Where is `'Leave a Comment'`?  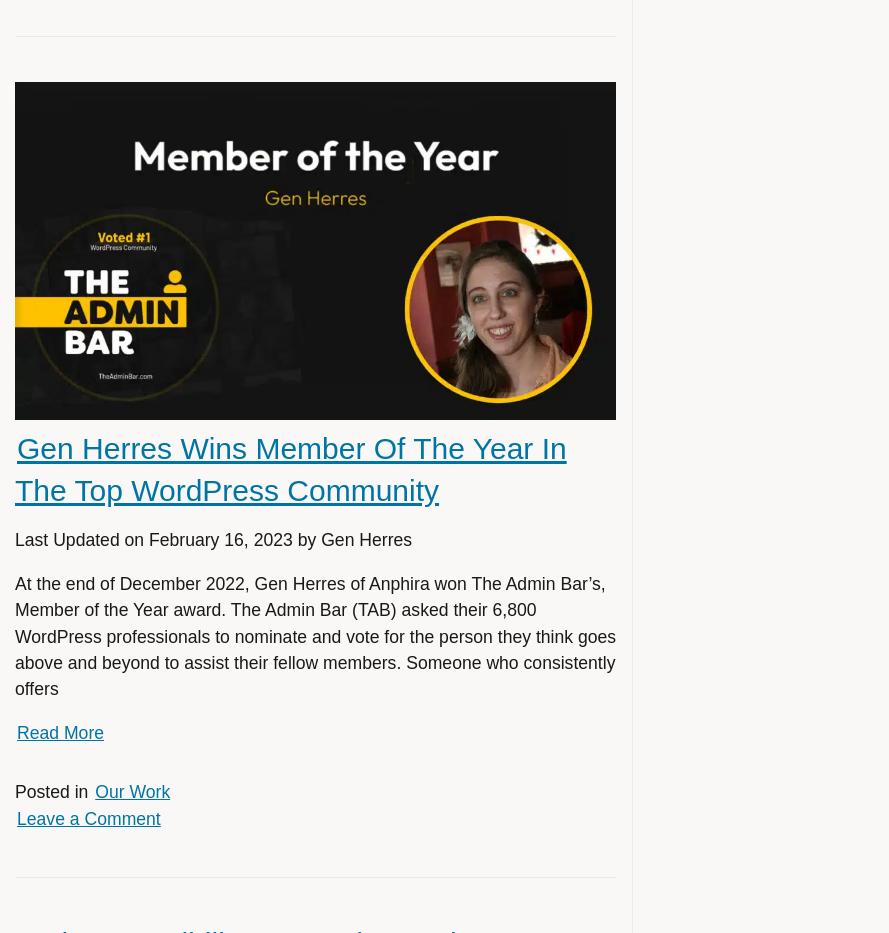 'Leave a Comment' is located at coordinates (16, 817).